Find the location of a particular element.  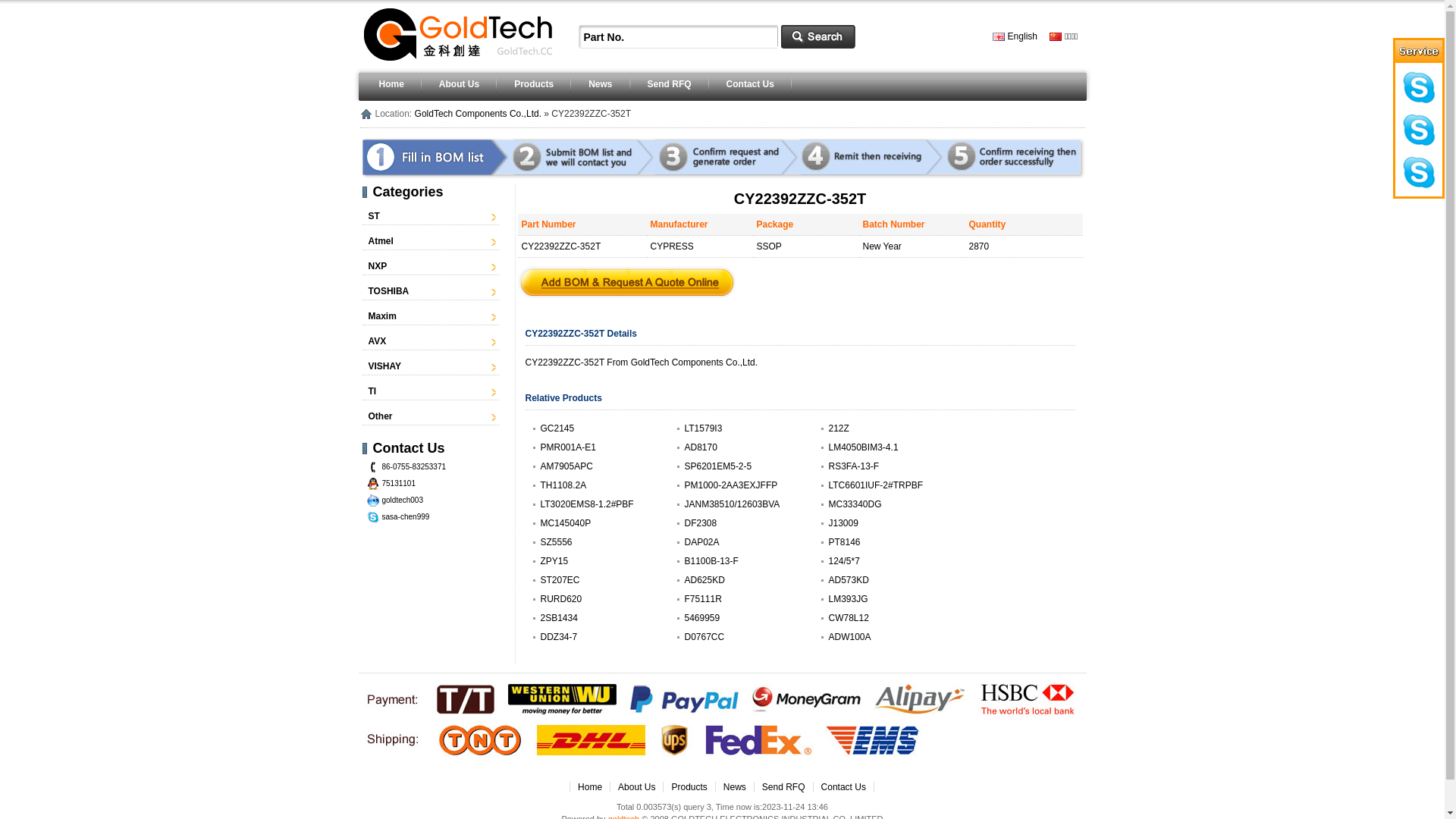

'News' is located at coordinates (735, 786).